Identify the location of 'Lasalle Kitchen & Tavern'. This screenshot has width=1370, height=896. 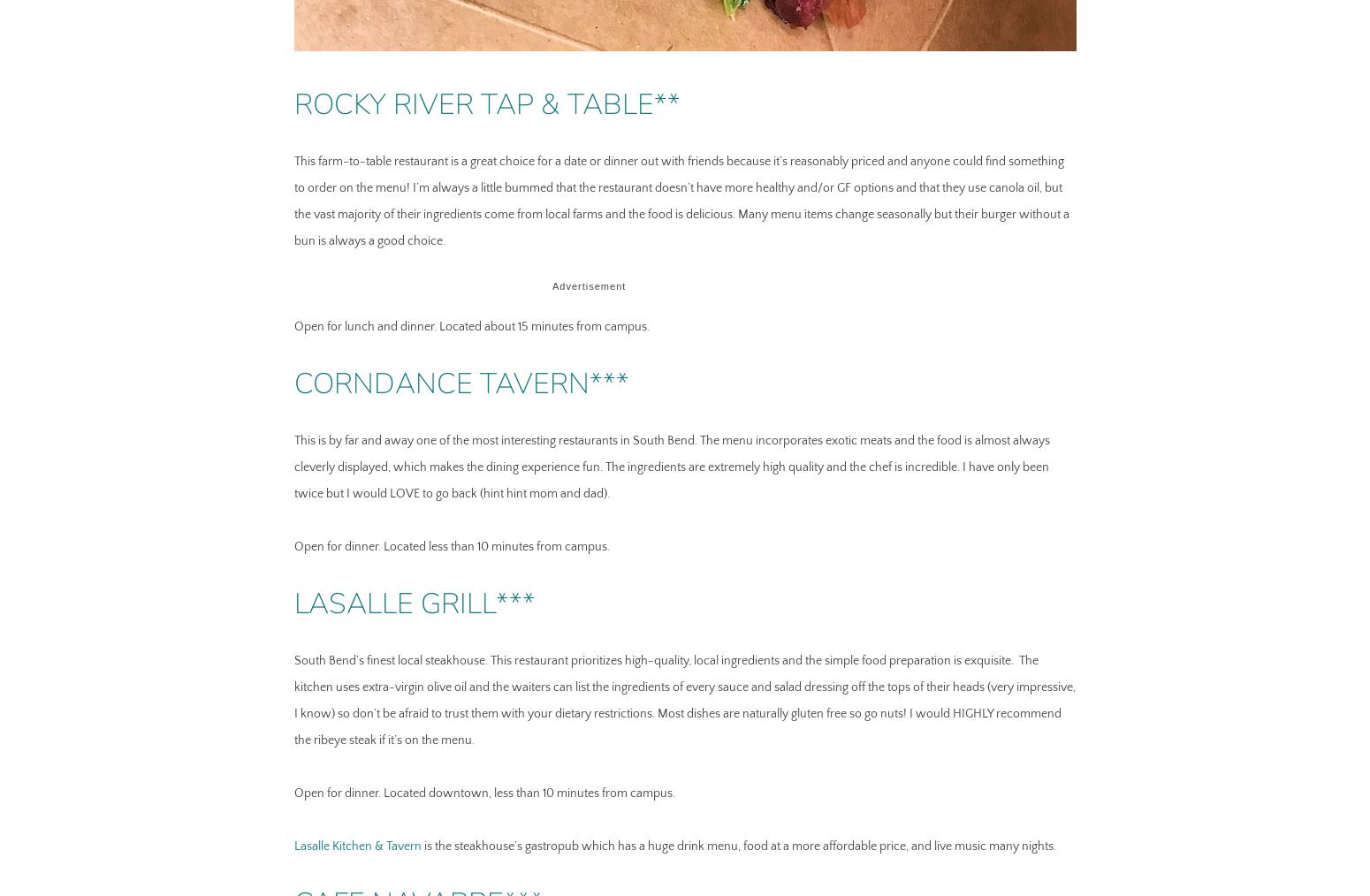
(356, 846).